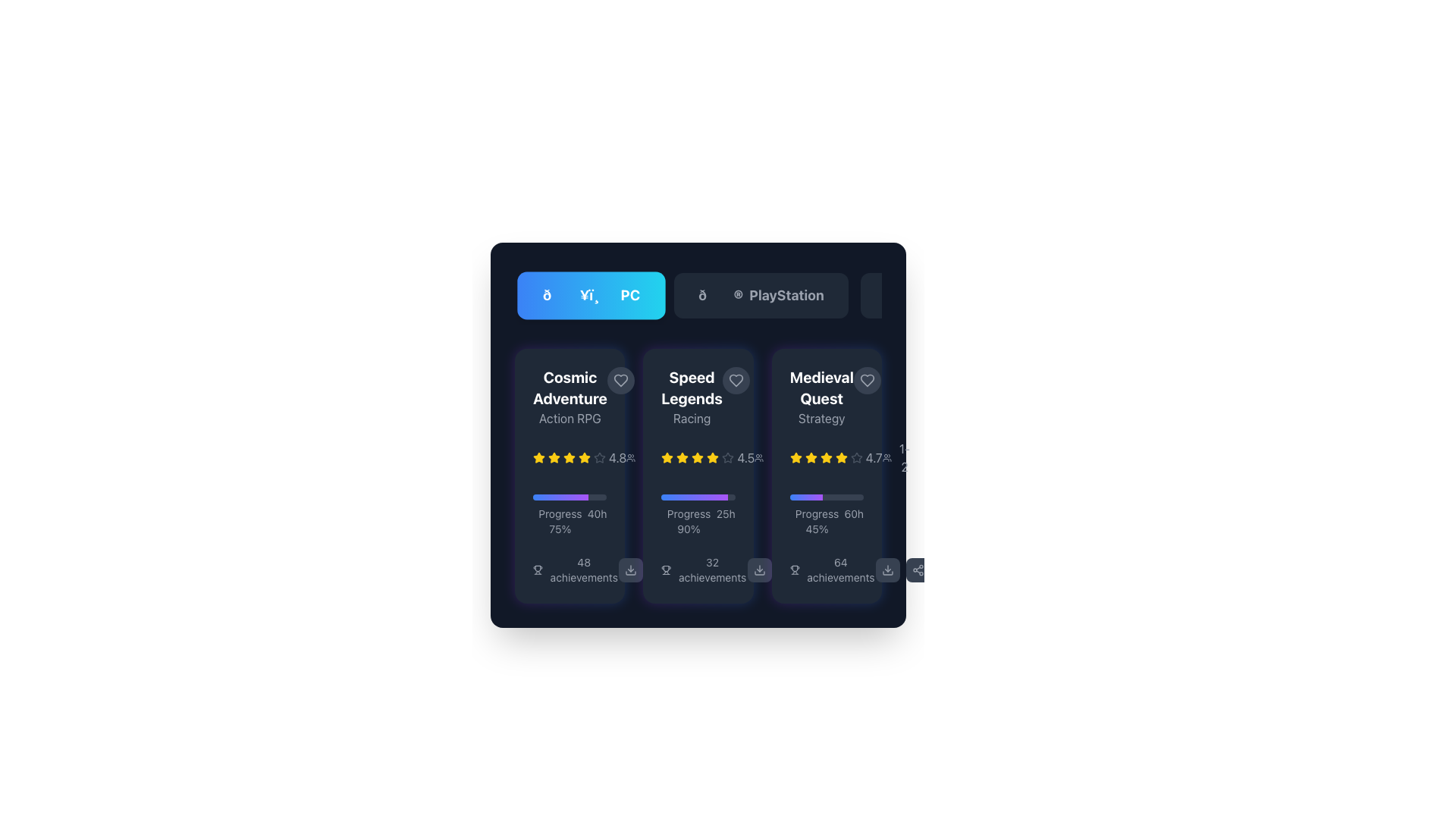 The width and height of the screenshot is (1456, 819). I want to click on the yellow star icon representing a rating unit, which is the third in a row of five icons aligned below the title 'Cosmic Adventure', so click(553, 457).